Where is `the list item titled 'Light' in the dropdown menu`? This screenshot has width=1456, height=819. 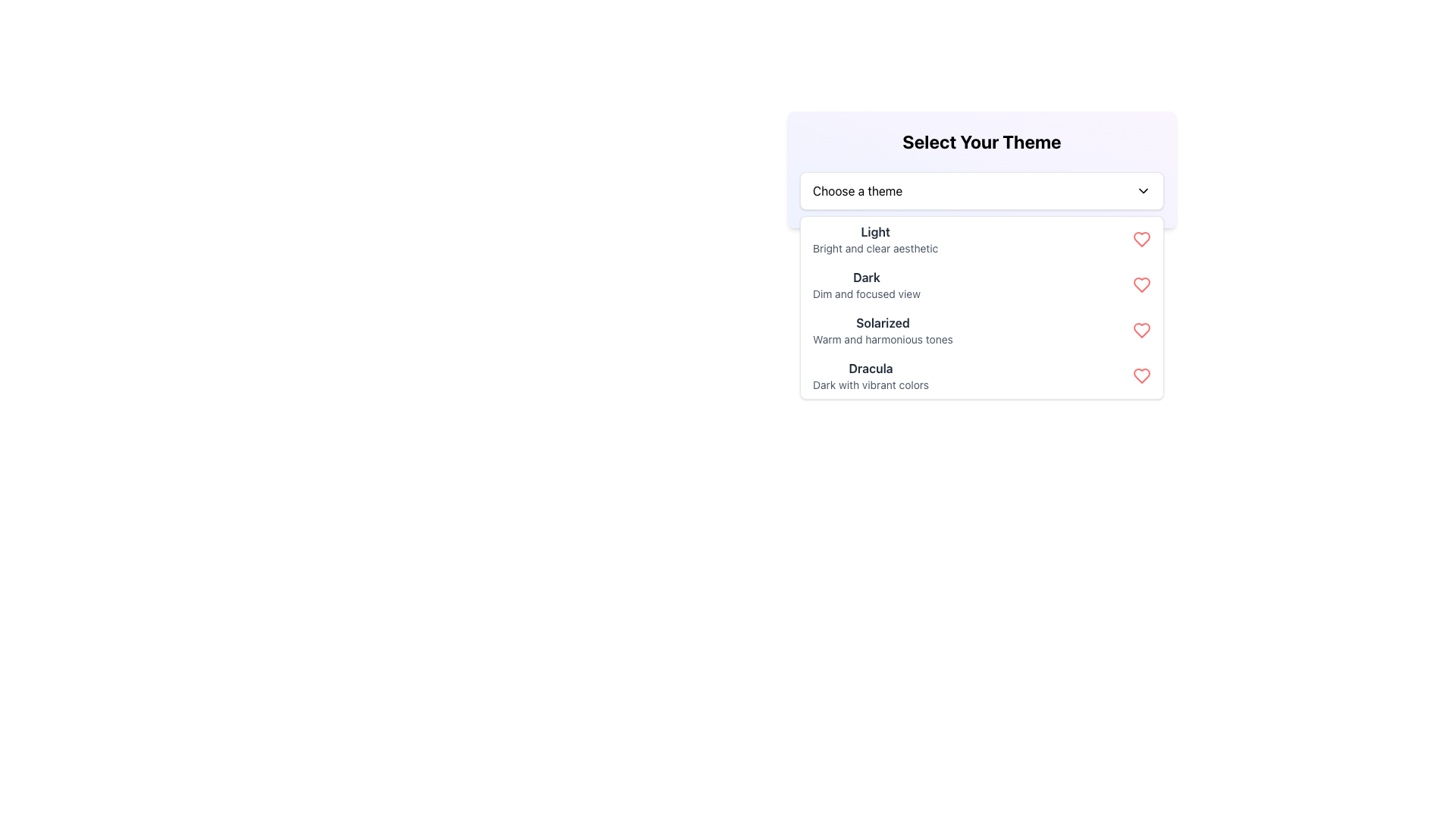
the list item titled 'Light' in the dropdown menu is located at coordinates (982, 239).